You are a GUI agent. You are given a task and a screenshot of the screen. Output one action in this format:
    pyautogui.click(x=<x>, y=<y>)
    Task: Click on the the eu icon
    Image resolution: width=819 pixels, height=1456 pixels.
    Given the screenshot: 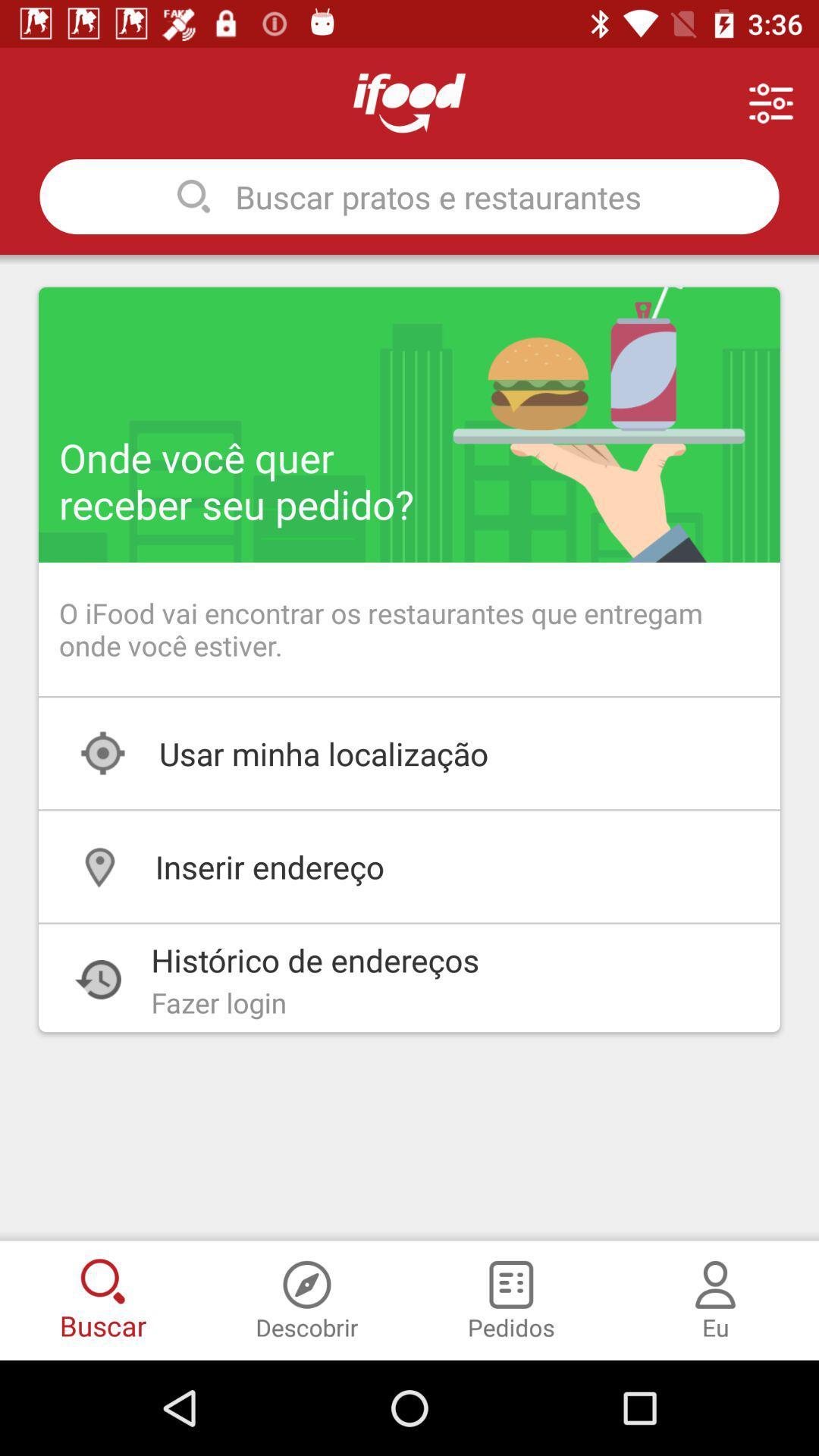 What is the action you would take?
    pyautogui.click(x=715, y=1276)
    